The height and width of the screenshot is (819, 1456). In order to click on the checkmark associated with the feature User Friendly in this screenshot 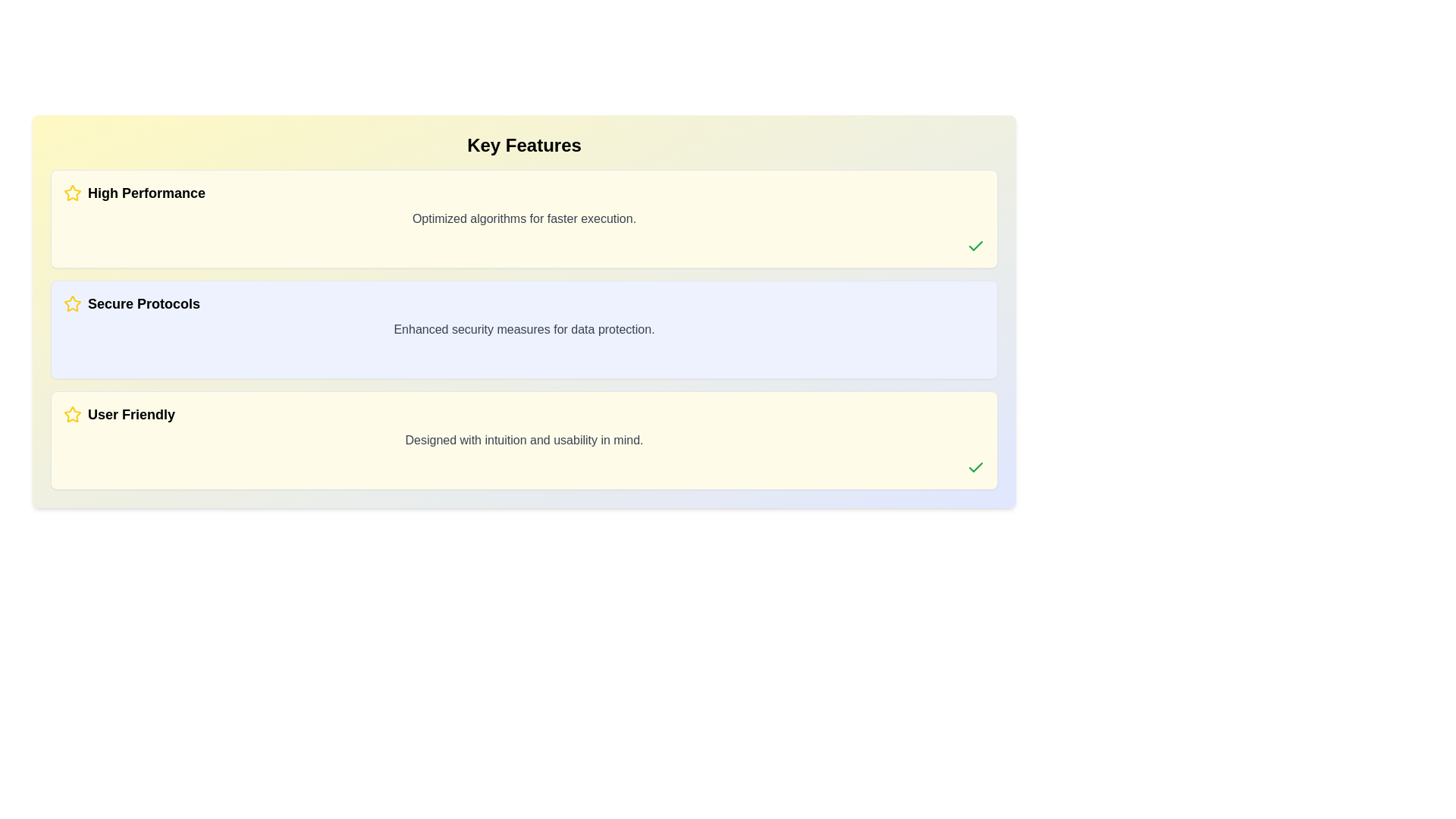, I will do `click(975, 467)`.